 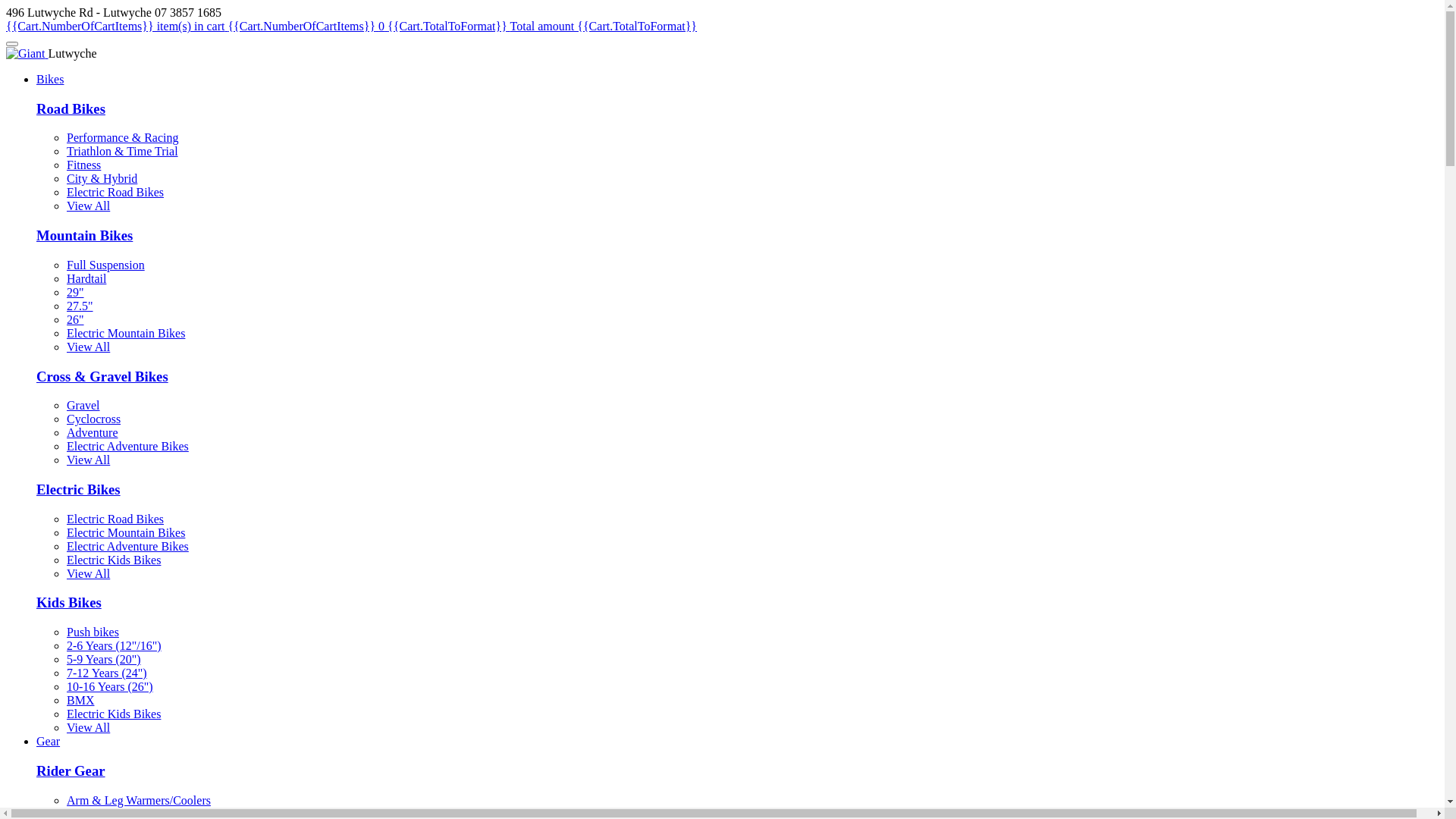 I want to click on 'Full Suspension', so click(x=105, y=264).